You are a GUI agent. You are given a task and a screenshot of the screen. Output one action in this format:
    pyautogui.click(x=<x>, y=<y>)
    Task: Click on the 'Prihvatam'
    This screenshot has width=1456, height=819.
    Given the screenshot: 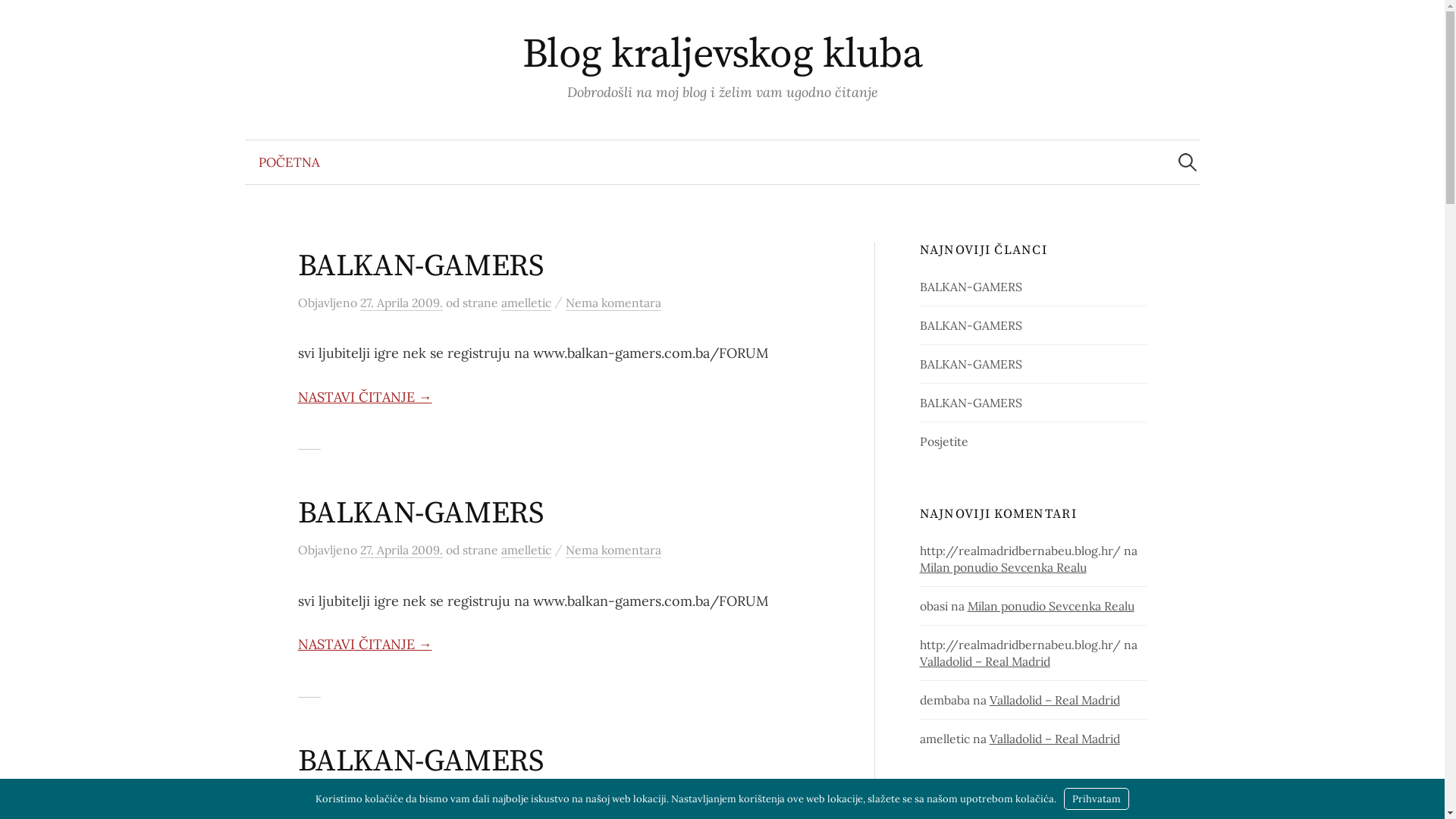 What is the action you would take?
    pyautogui.click(x=1096, y=798)
    